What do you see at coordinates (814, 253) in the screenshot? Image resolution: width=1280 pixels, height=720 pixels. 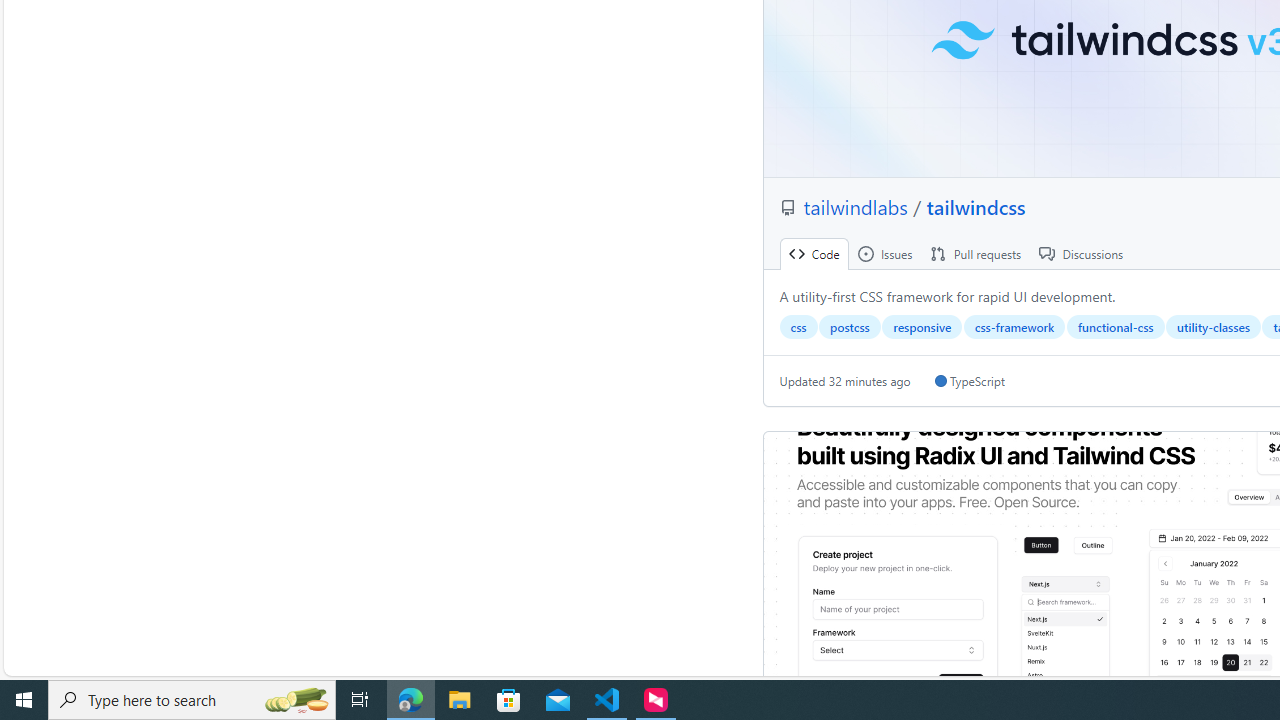 I see `' Code'` at bounding box center [814, 253].